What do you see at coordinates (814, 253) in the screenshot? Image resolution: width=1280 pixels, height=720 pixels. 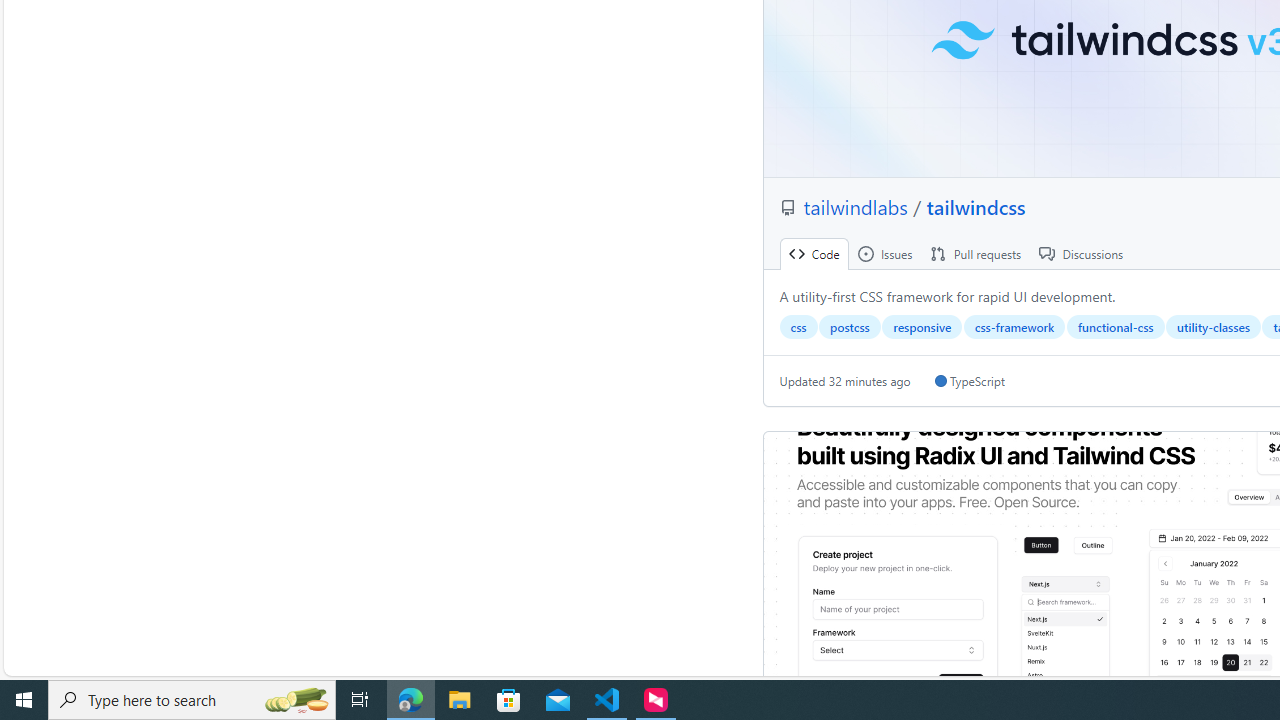 I see `' Code'` at bounding box center [814, 253].